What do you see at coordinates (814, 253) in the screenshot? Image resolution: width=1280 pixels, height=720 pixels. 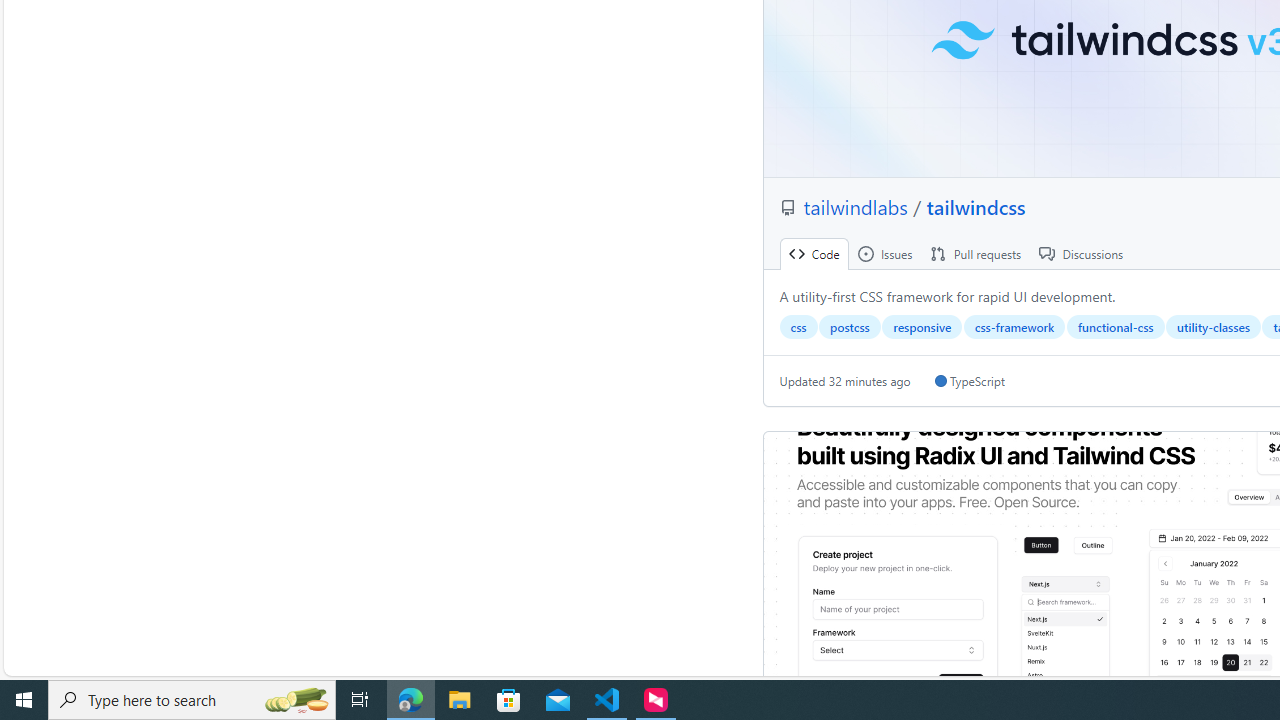 I see `' Code'` at bounding box center [814, 253].